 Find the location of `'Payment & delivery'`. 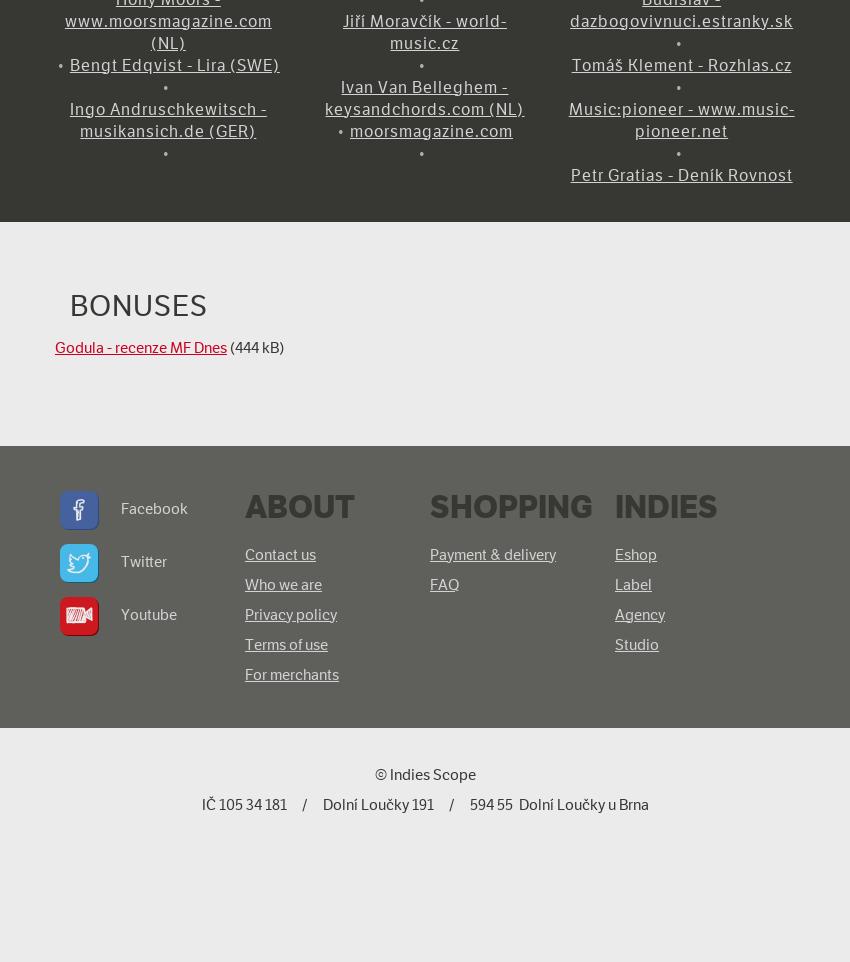

'Payment & delivery' is located at coordinates (492, 554).